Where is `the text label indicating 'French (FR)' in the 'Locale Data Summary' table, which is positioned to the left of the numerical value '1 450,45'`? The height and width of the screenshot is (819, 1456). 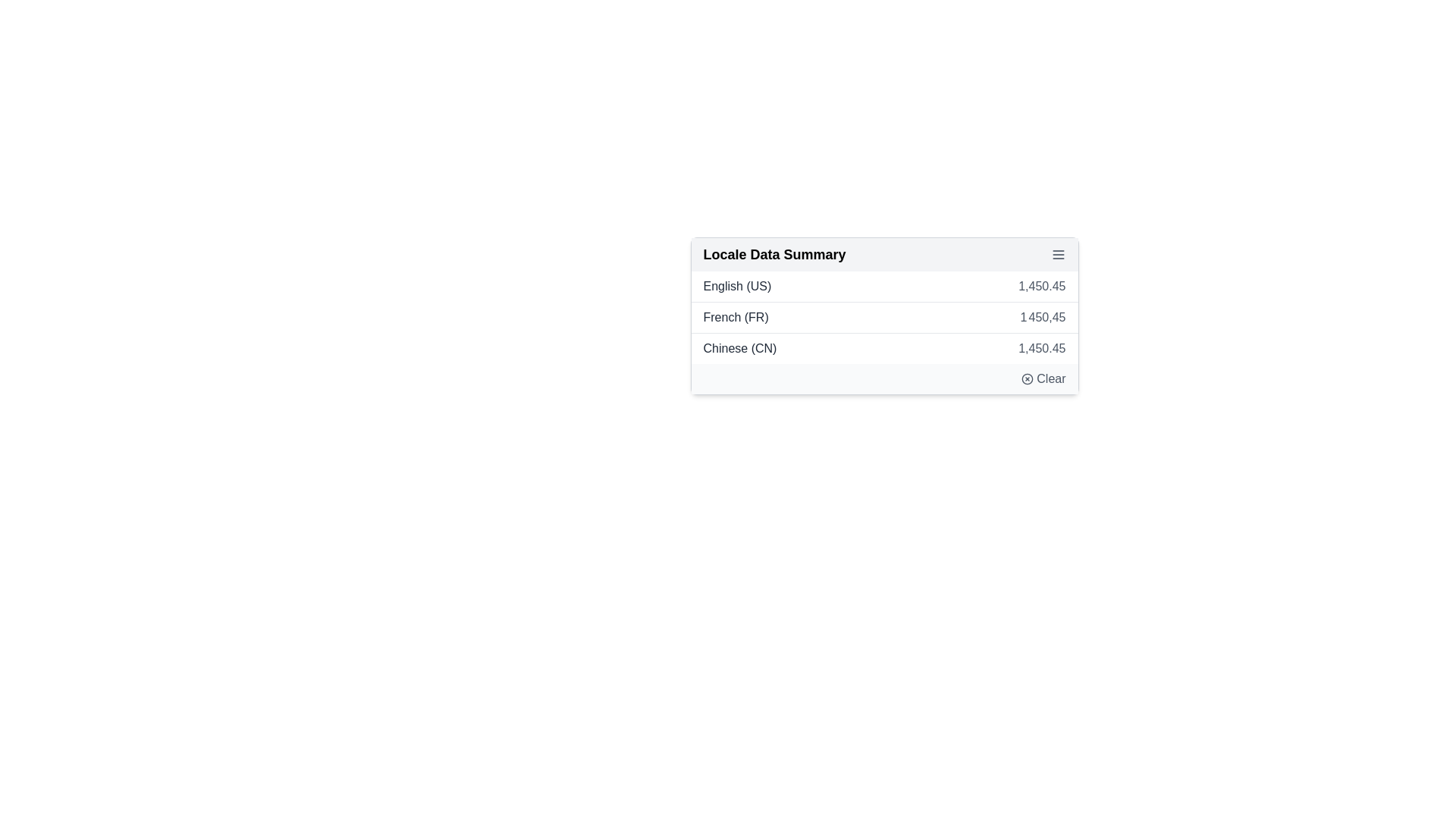
the text label indicating 'French (FR)' in the 'Locale Data Summary' table, which is positioned to the left of the numerical value '1 450,45' is located at coordinates (736, 317).